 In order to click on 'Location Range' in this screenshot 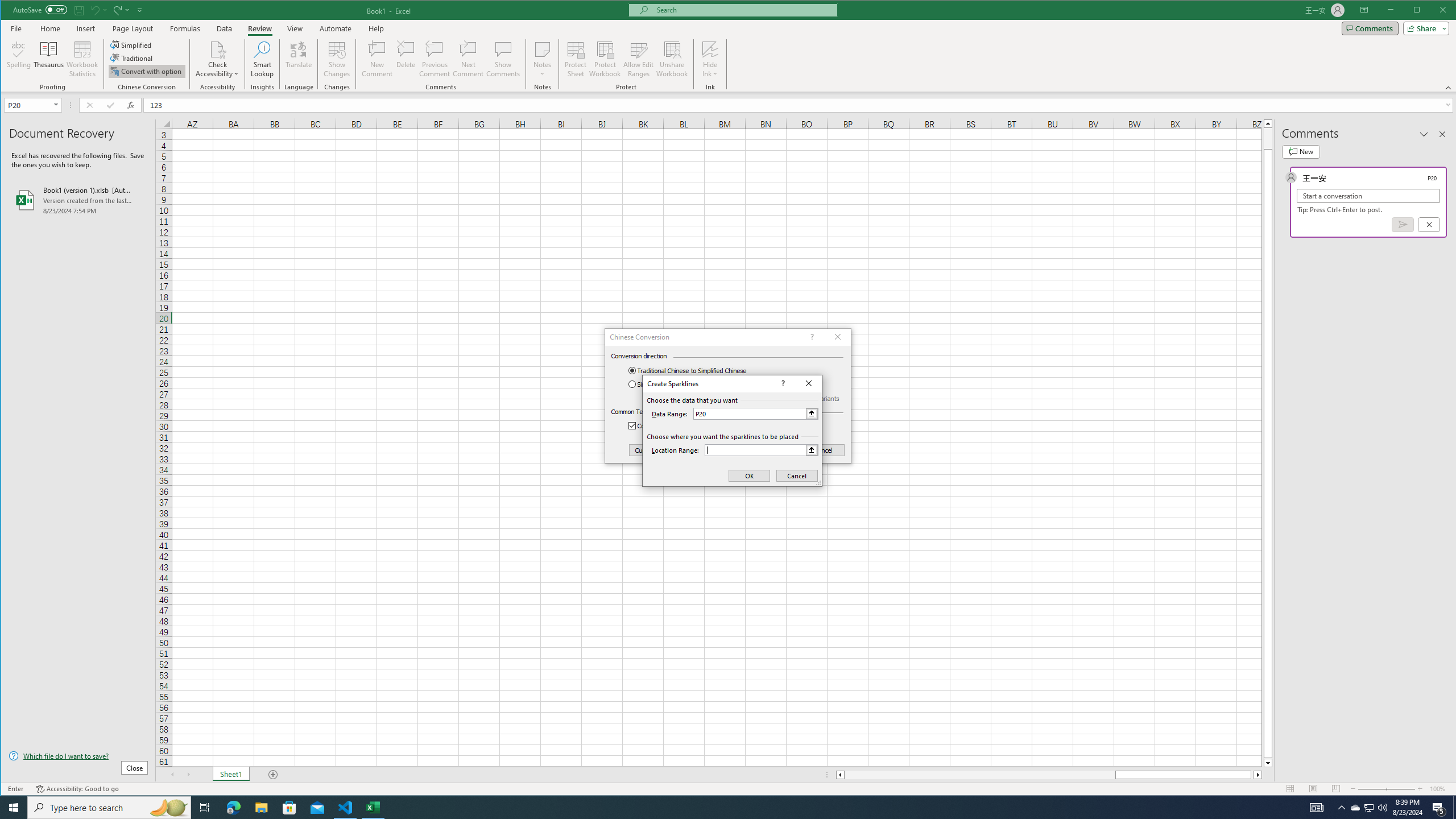, I will do `click(760, 449)`.